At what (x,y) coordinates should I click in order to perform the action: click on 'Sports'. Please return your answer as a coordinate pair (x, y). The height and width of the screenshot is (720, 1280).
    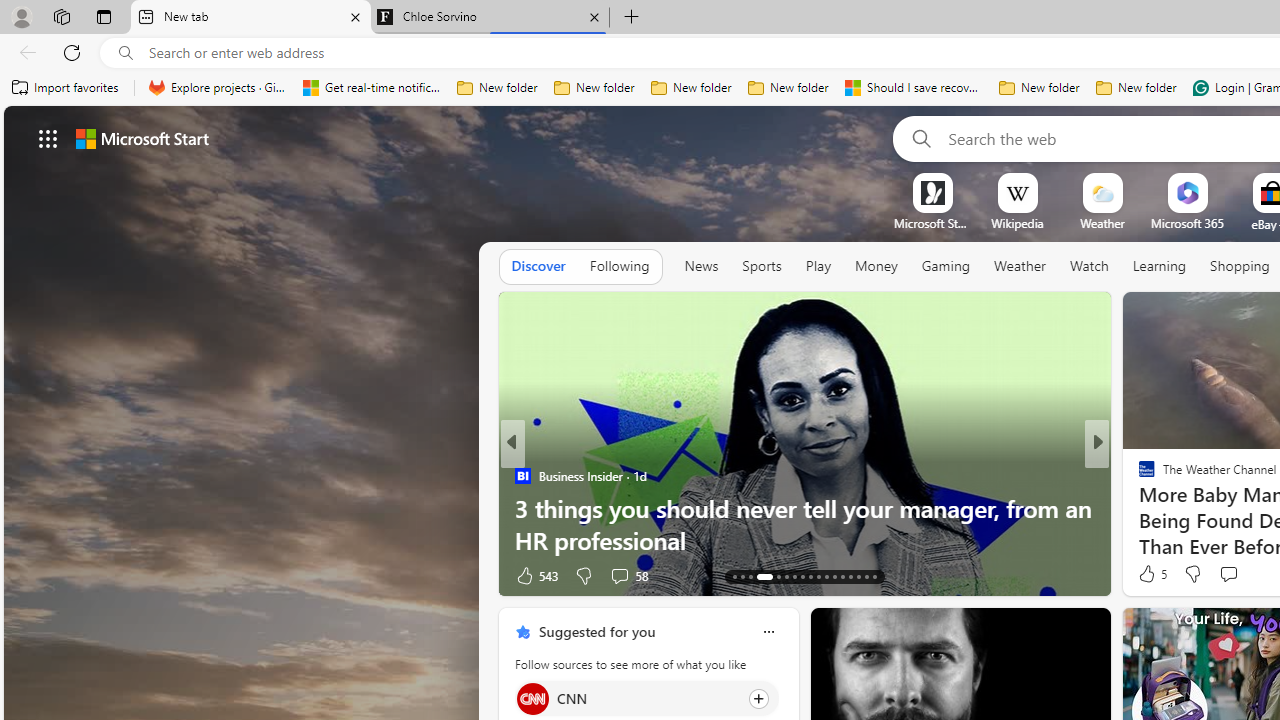
    Looking at the image, I should click on (760, 265).